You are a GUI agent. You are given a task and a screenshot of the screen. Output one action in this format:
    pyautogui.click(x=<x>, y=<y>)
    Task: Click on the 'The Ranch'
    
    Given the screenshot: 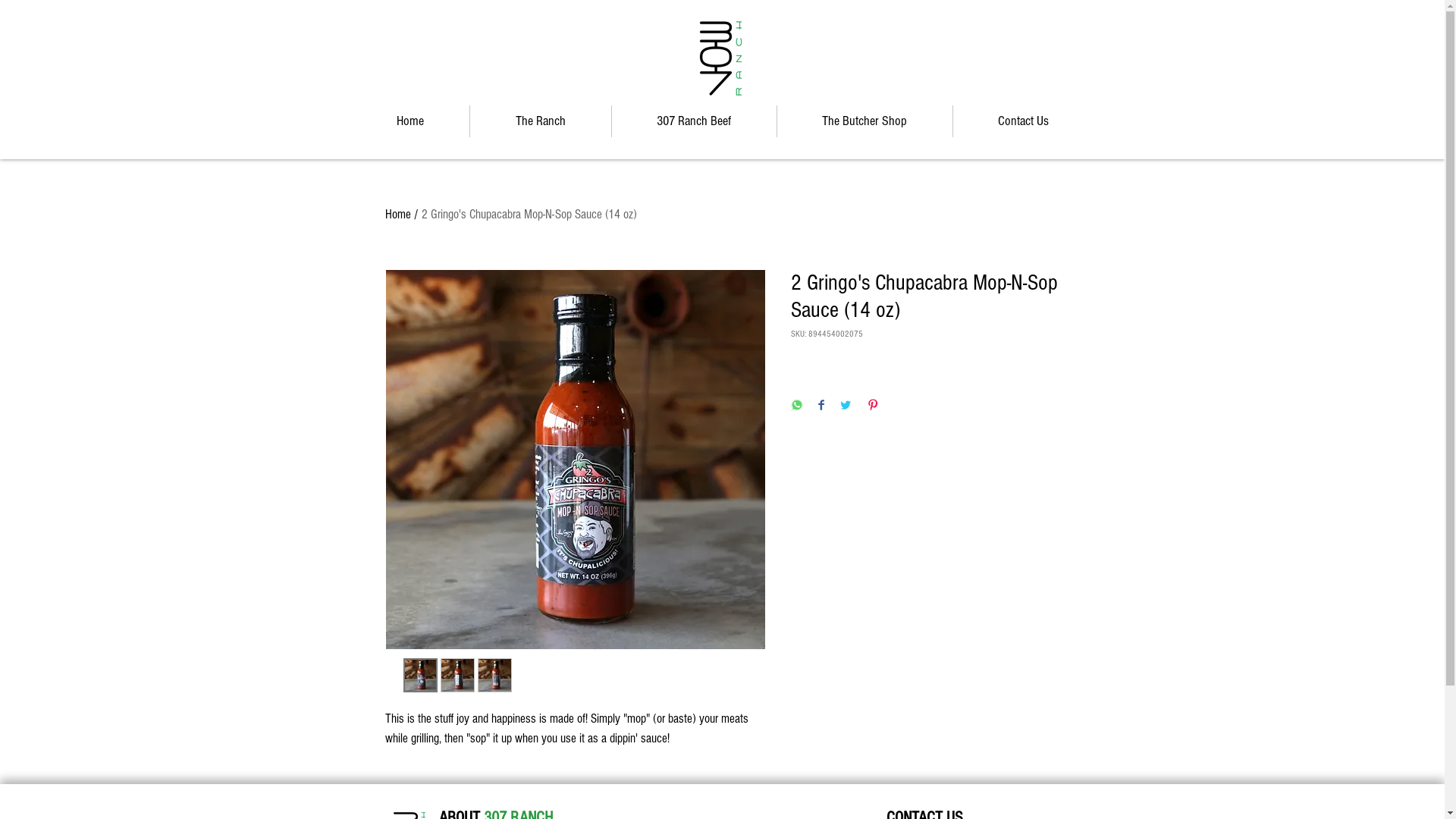 What is the action you would take?
    pyautogui.click(x=541, y=120)
    